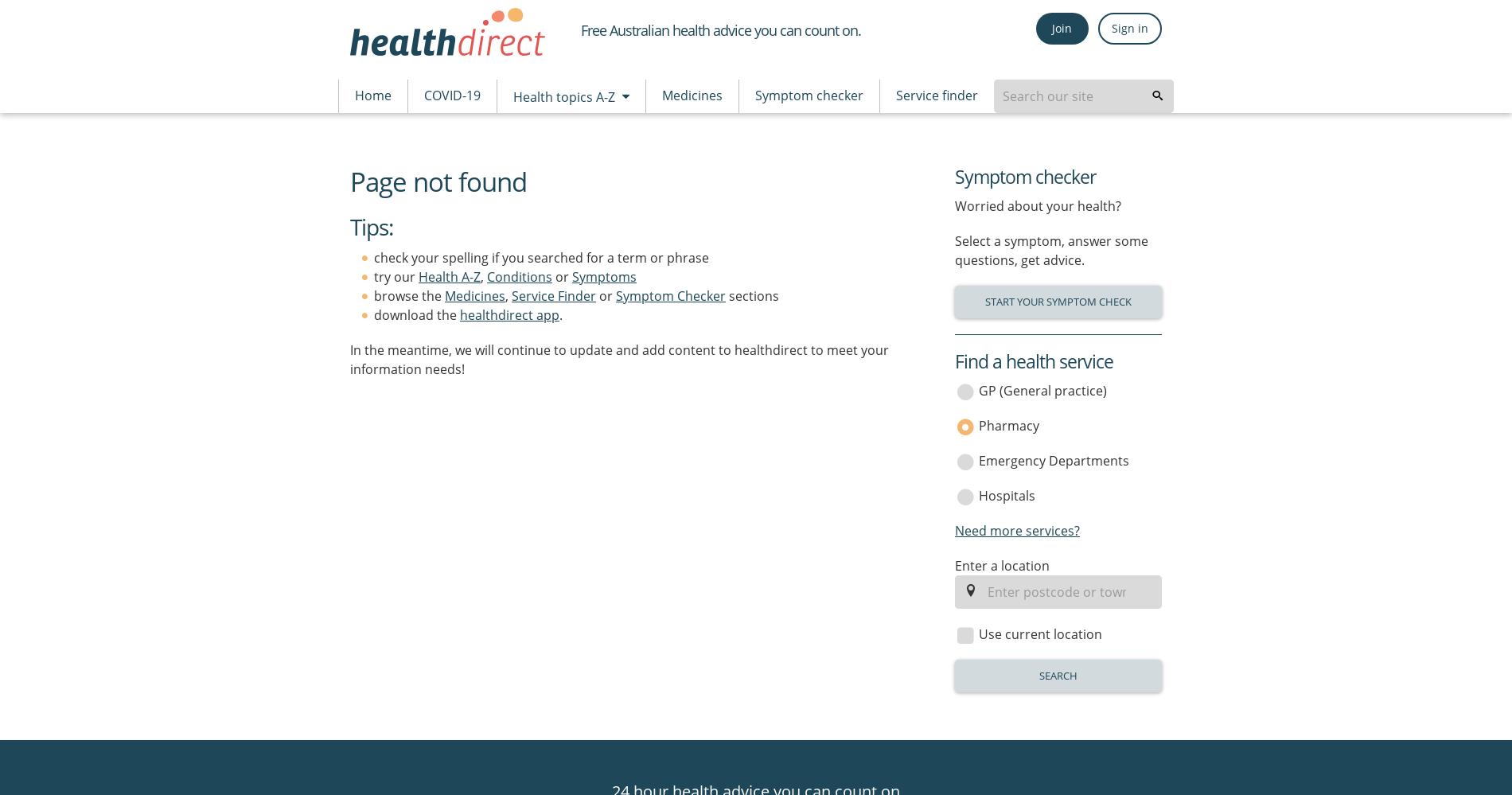 This screenshot has height=795, width=1512. Describe the element at coordinates (373, 314) in the screenshot. I see `'download the'` at that location.